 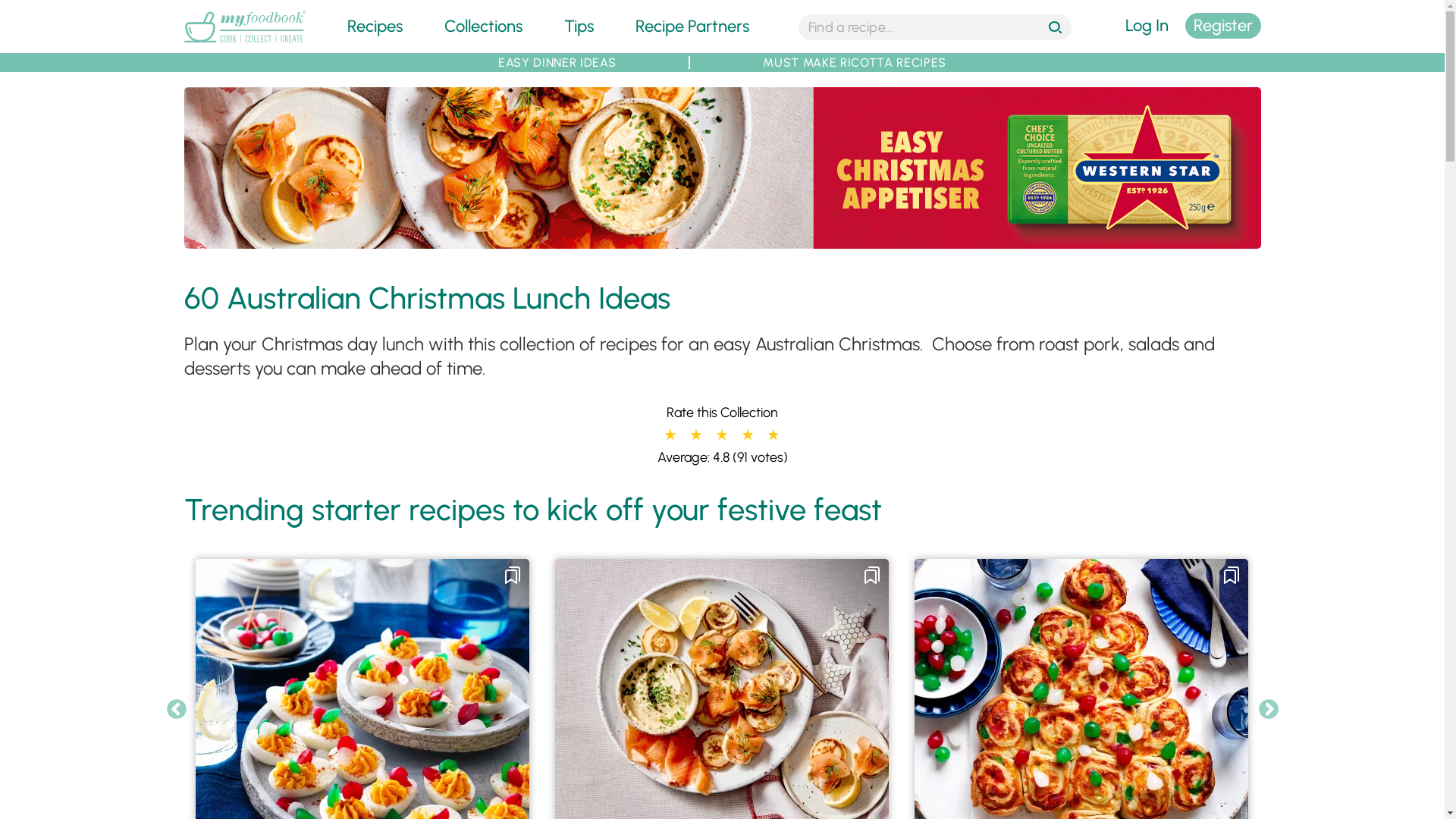 I want to click on 'How to make Blini and whipped butter', so click(x=720, y=168).